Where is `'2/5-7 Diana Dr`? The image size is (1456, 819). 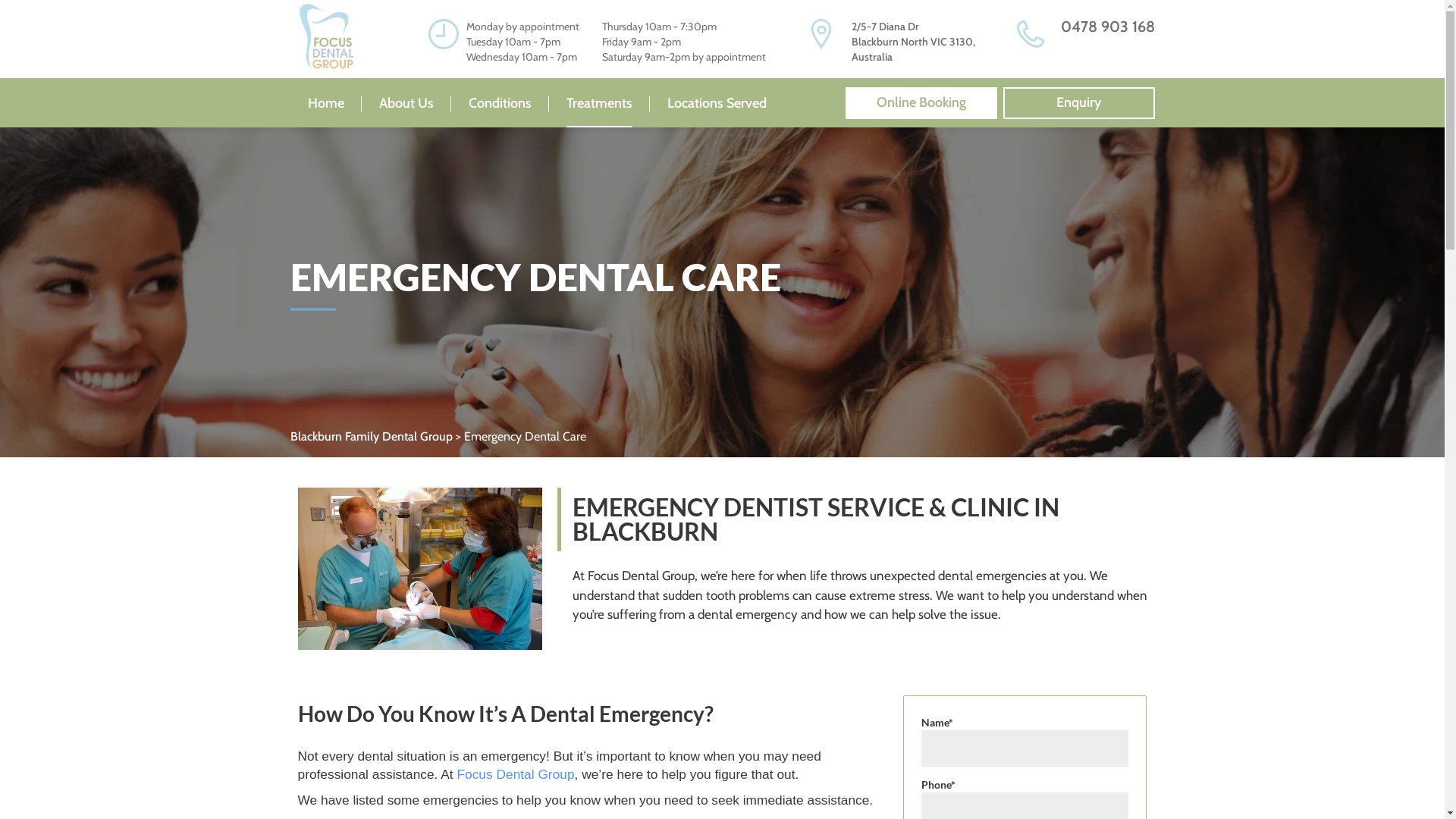 '2/5-7 Diana Dr is located at coordinates (851, 40).